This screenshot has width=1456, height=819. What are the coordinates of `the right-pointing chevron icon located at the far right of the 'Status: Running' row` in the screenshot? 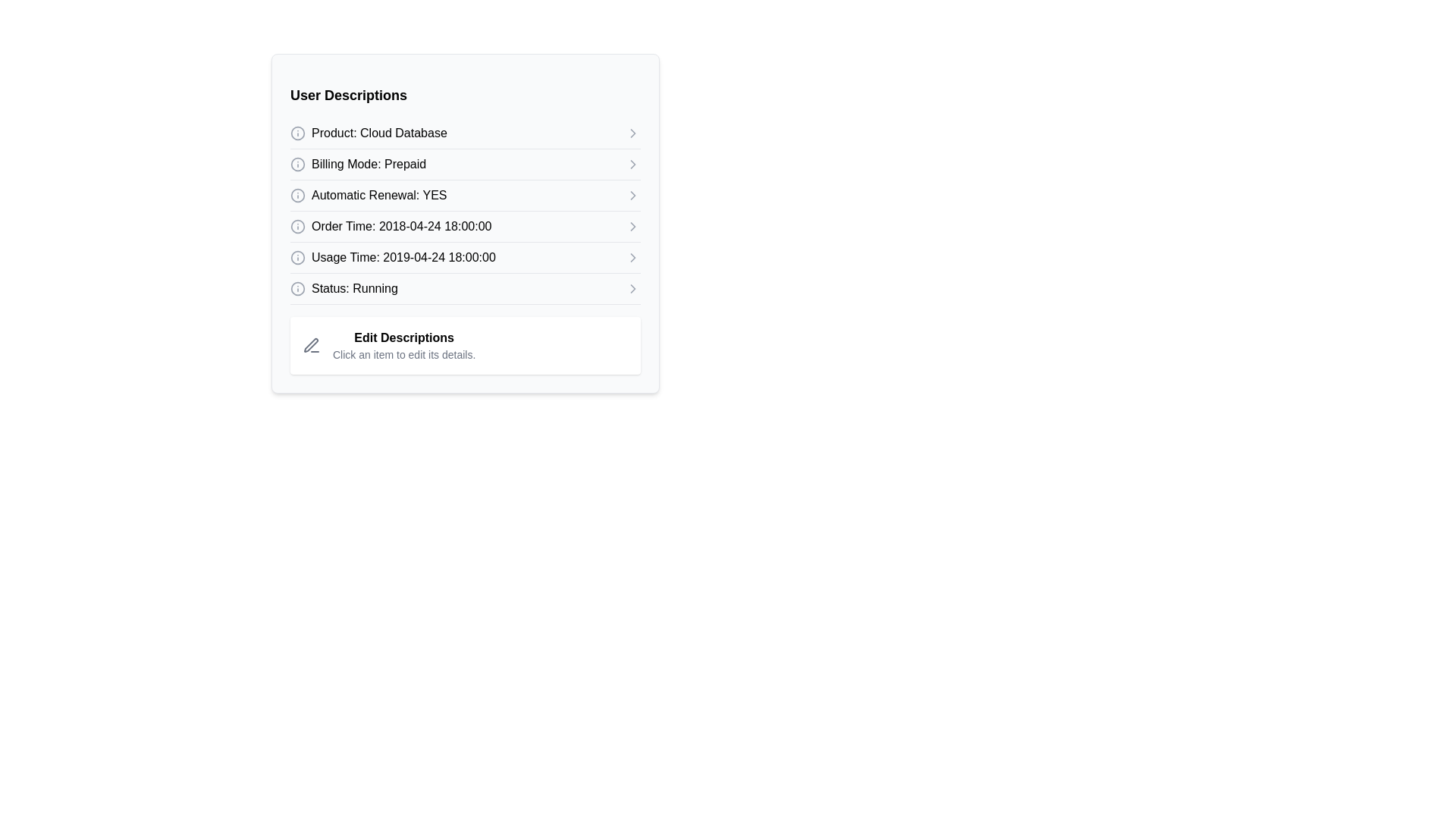 It's located at (633, 289).